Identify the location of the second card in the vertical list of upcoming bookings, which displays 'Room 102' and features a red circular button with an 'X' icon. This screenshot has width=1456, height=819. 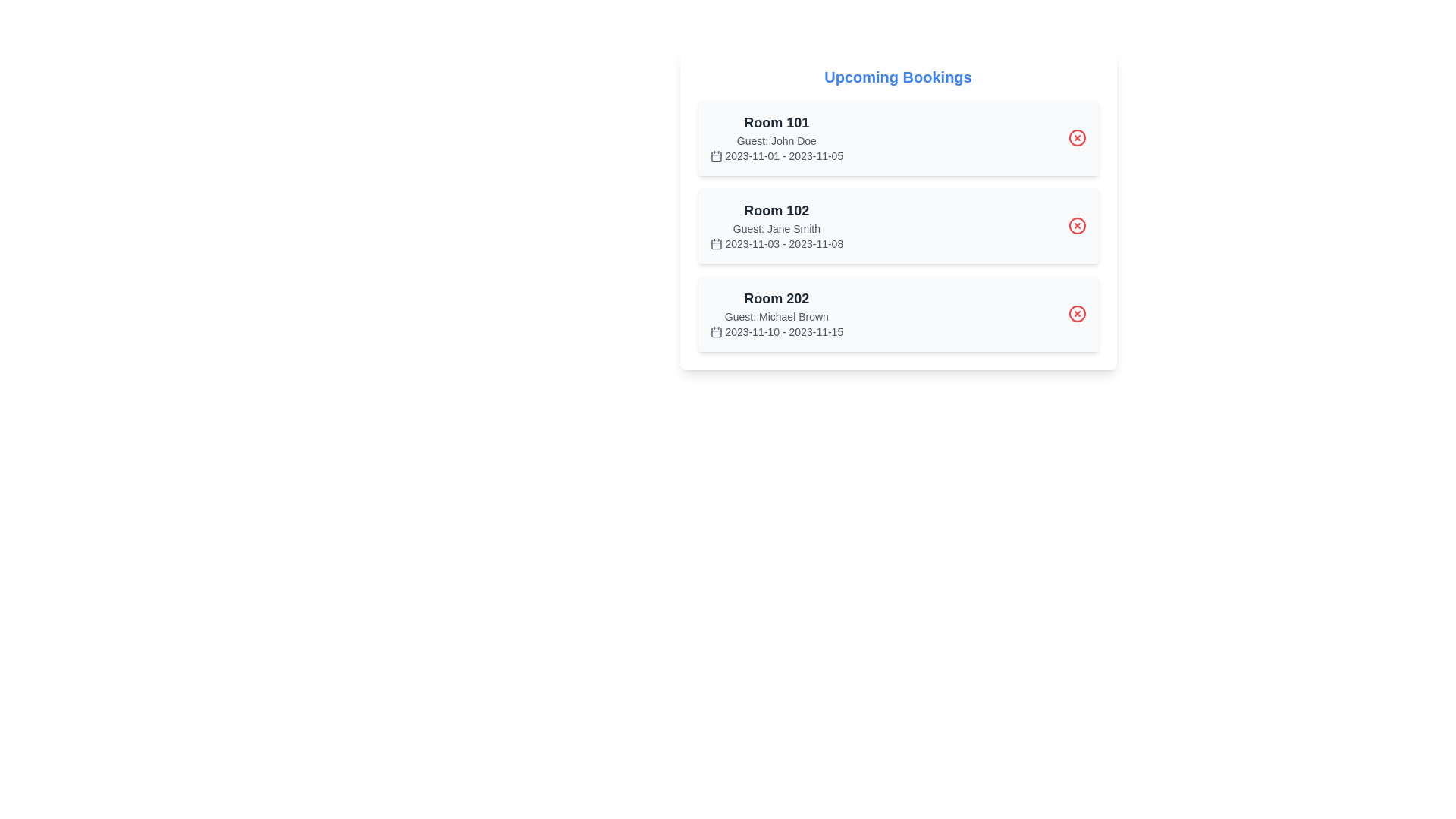
(898, 225).